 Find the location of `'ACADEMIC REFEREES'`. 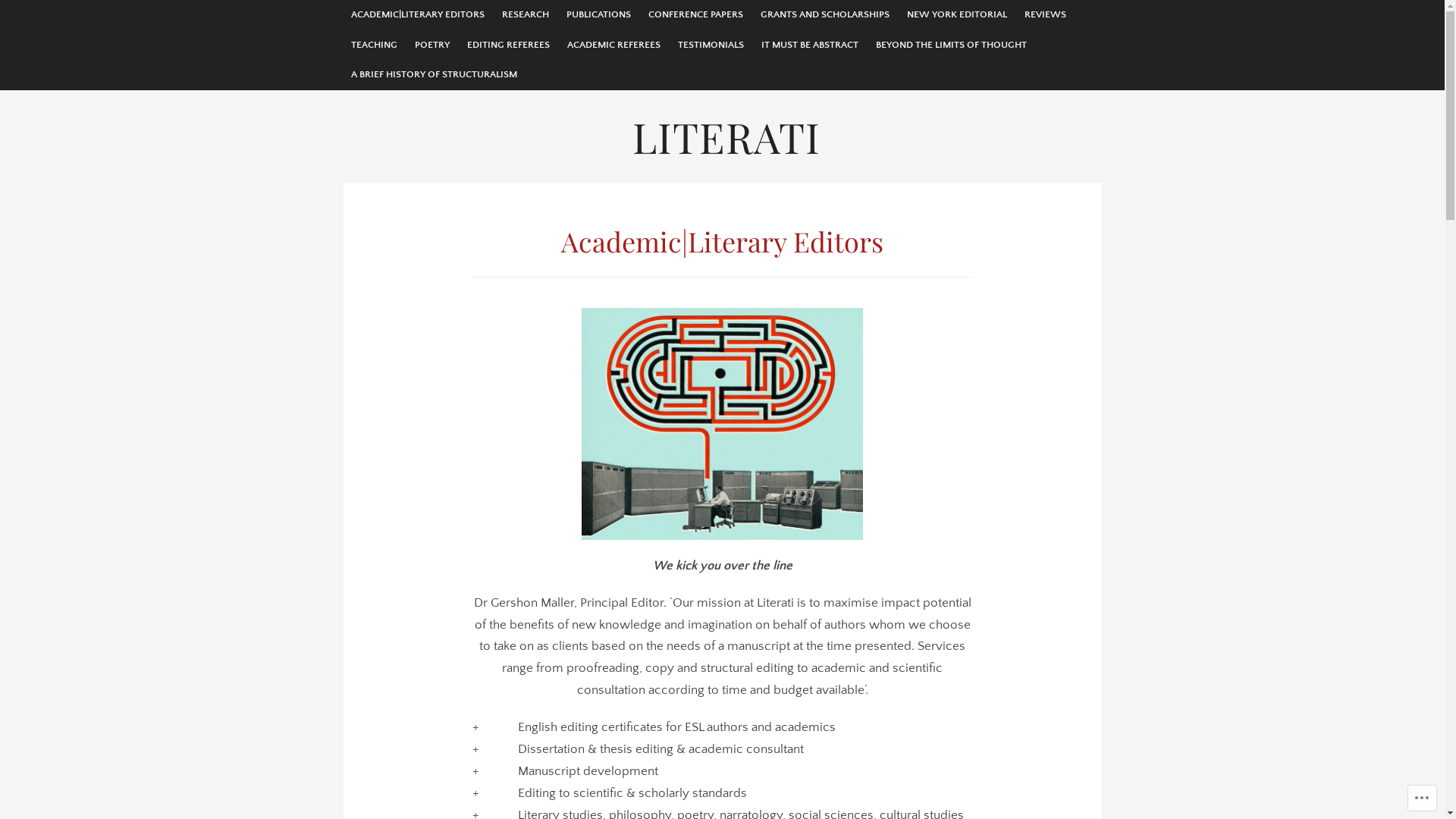

'ACADEMIC REFEREES' is located at coordinates (613, 45).